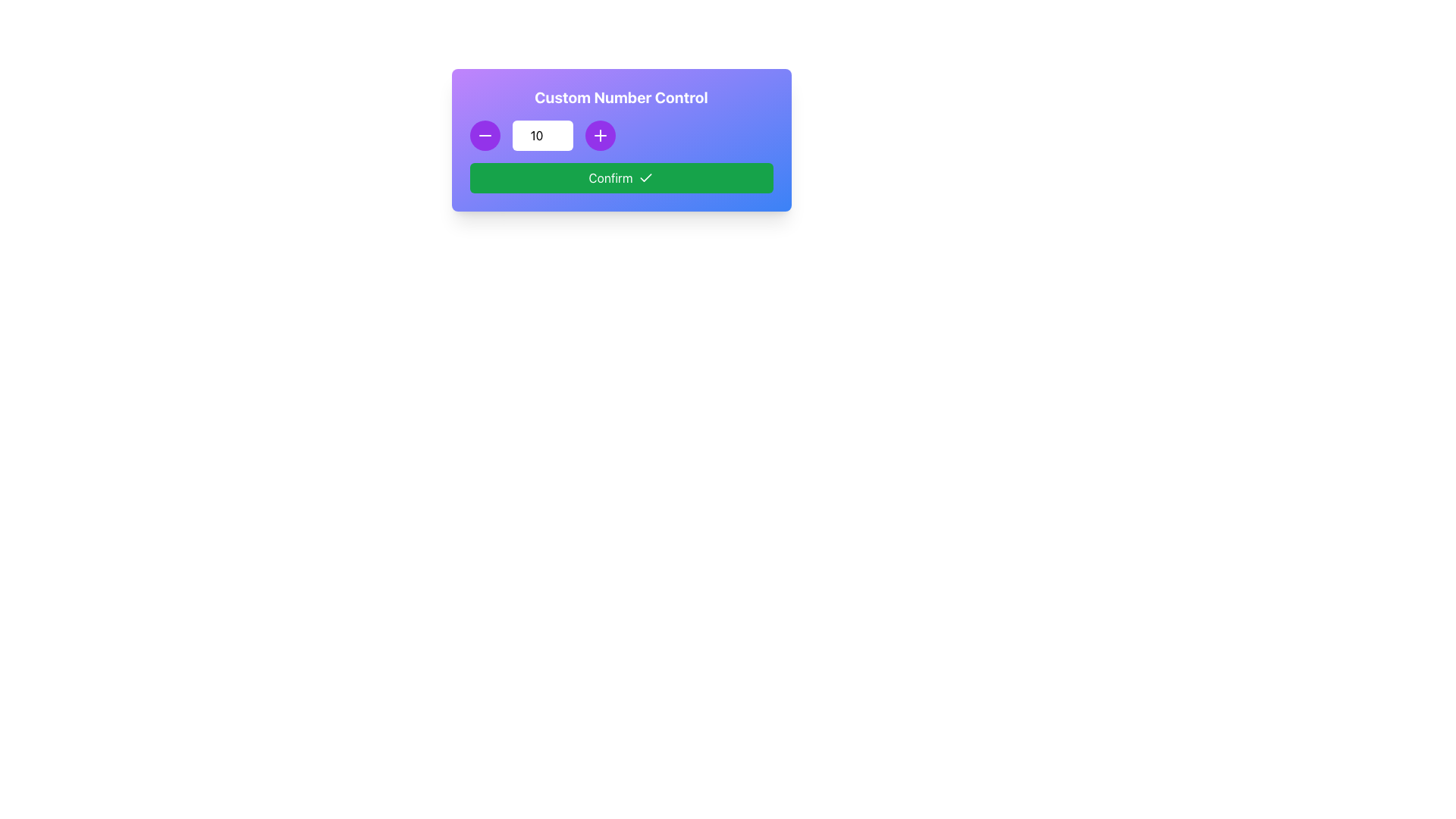  What do you see at coordinates (599, 134) in the screenshot?
I see `the circular button with a purple background and a white plus icon to increase the value` at bounding box center [599, 134].